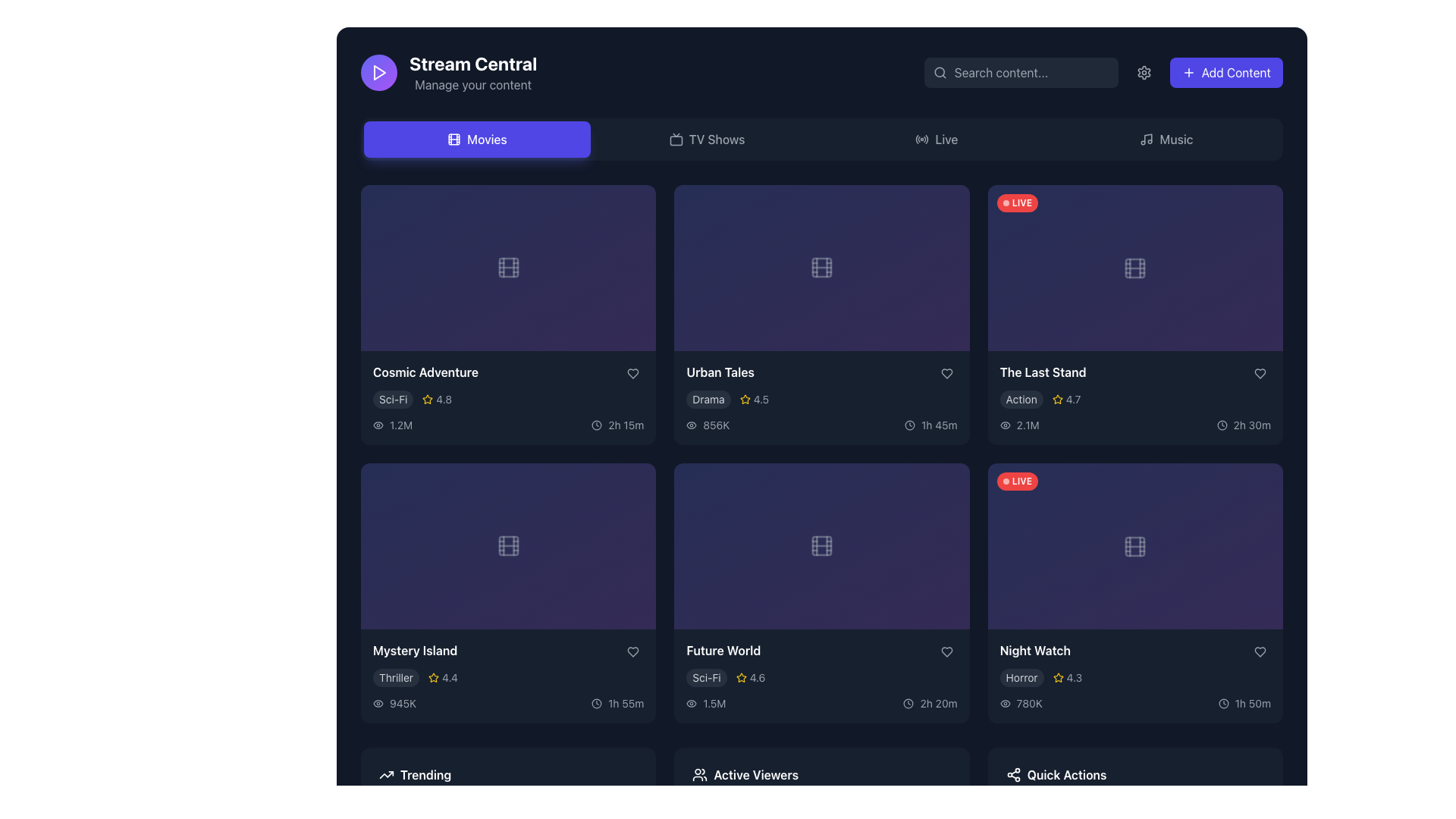 This screenshot has height=819, width=1456. Describe the element at coordinates (596, 703) in the screenshot. I see `the non-interactive SVG circle component that serves as the circular boundary for the clock icon, located in the bottom-right corner of the right tile in the second row of the grid layout` at that location.